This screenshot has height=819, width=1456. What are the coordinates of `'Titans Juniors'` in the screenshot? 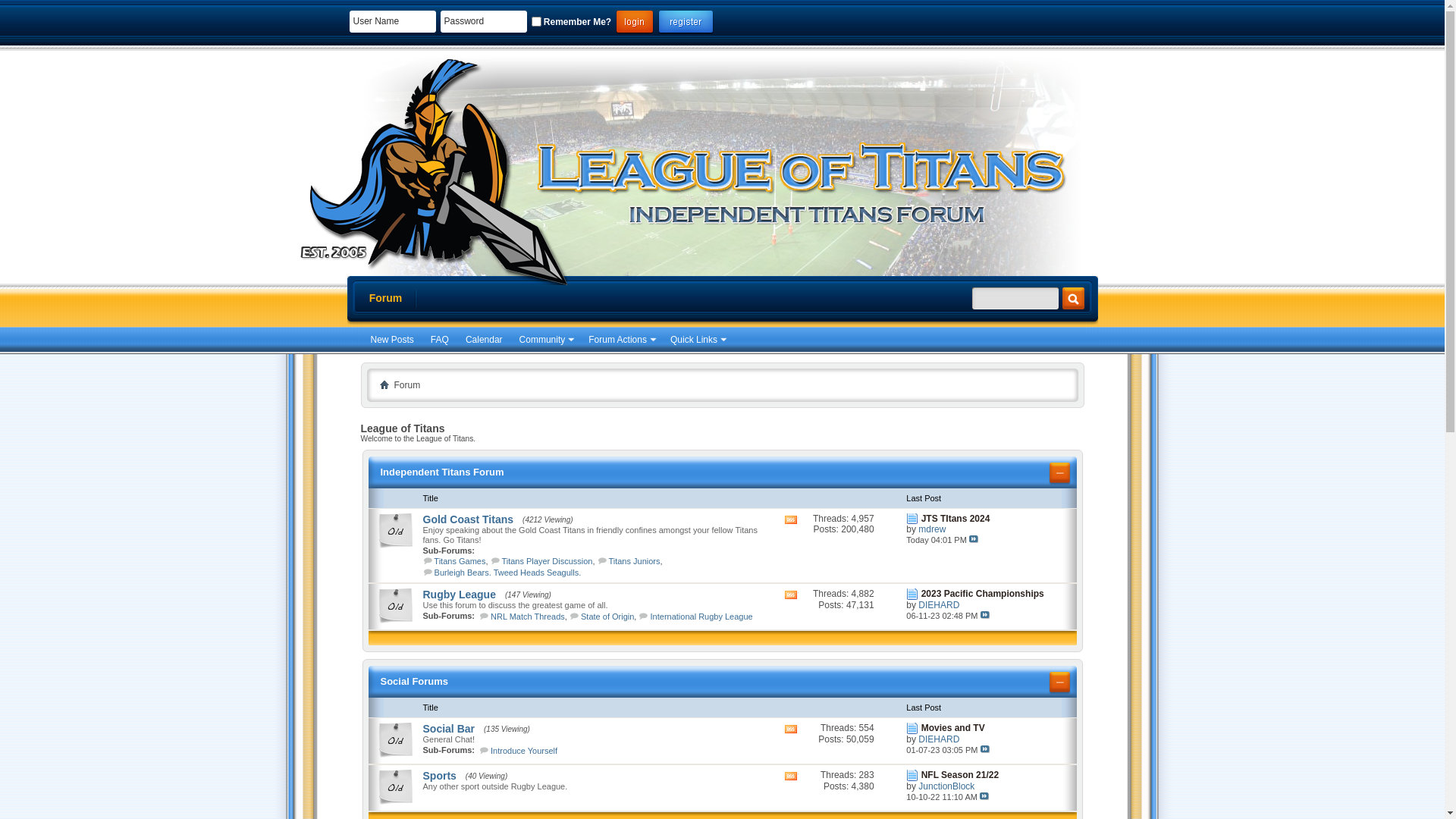 It's located at (633, 561).